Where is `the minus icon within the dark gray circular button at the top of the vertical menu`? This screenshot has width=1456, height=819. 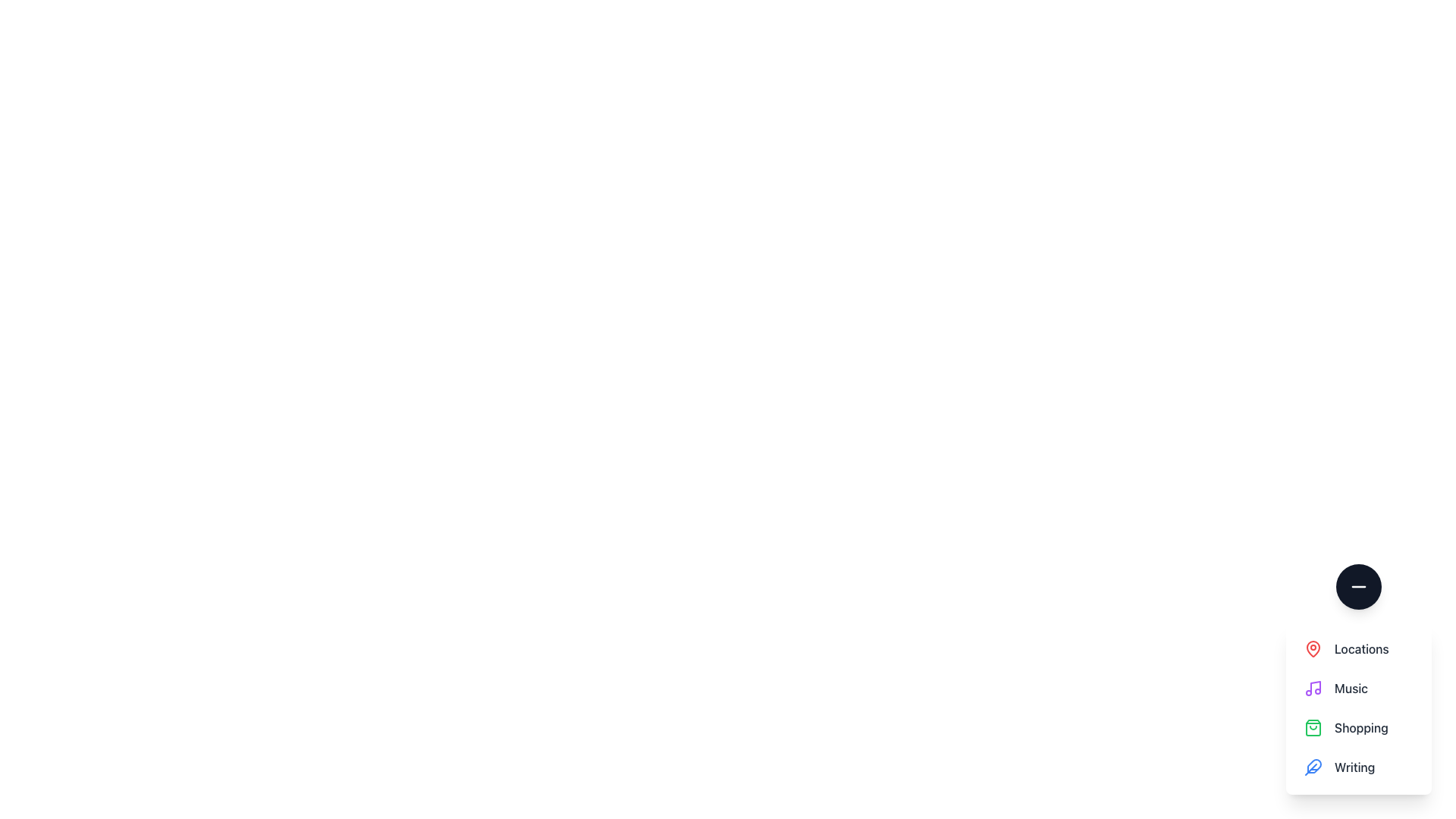 the minus icon within the dark gray circular button at the top of the vertical menu is located at coordinates (1358, 586).